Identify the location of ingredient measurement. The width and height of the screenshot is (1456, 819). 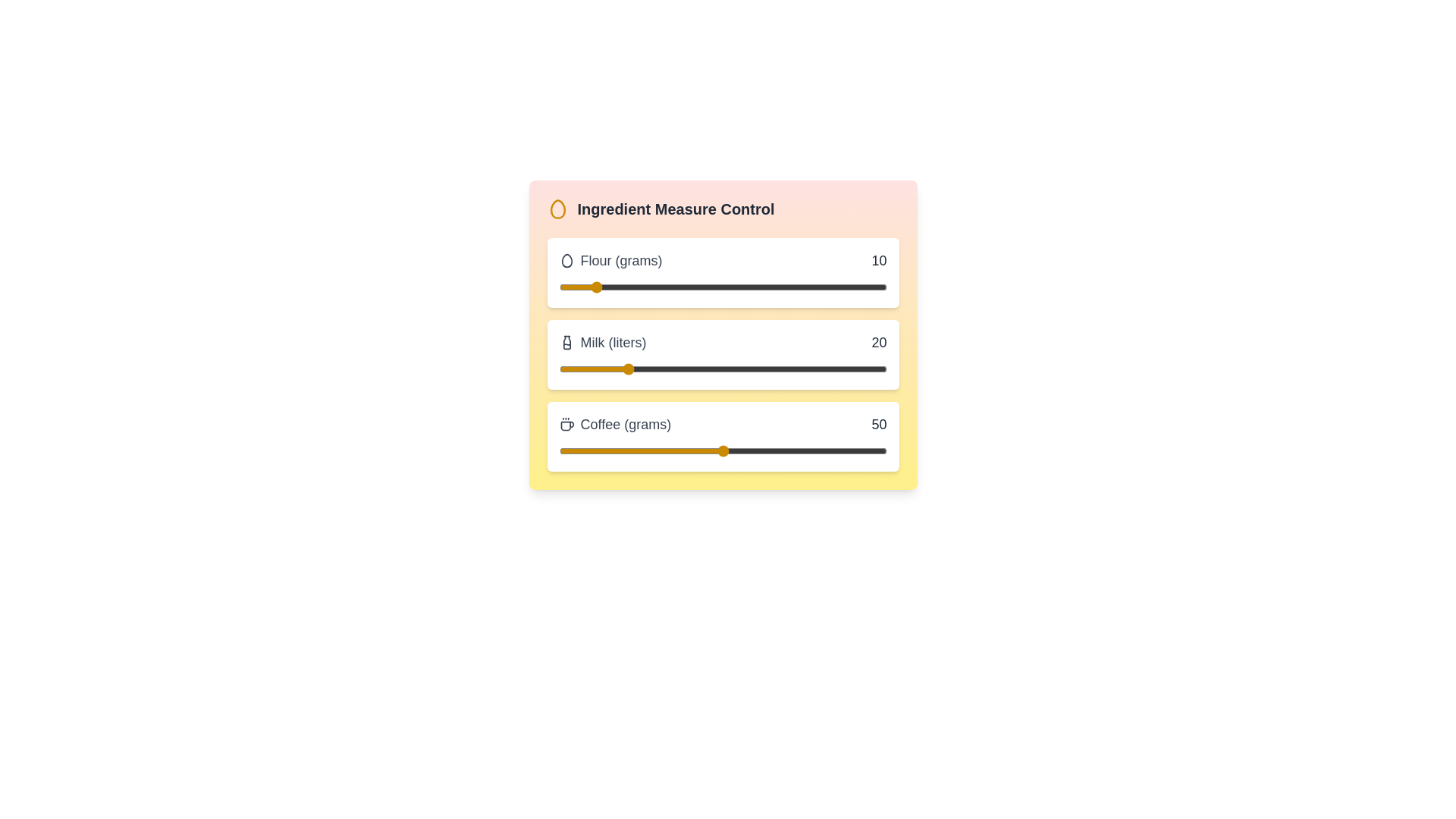
(595, 287).